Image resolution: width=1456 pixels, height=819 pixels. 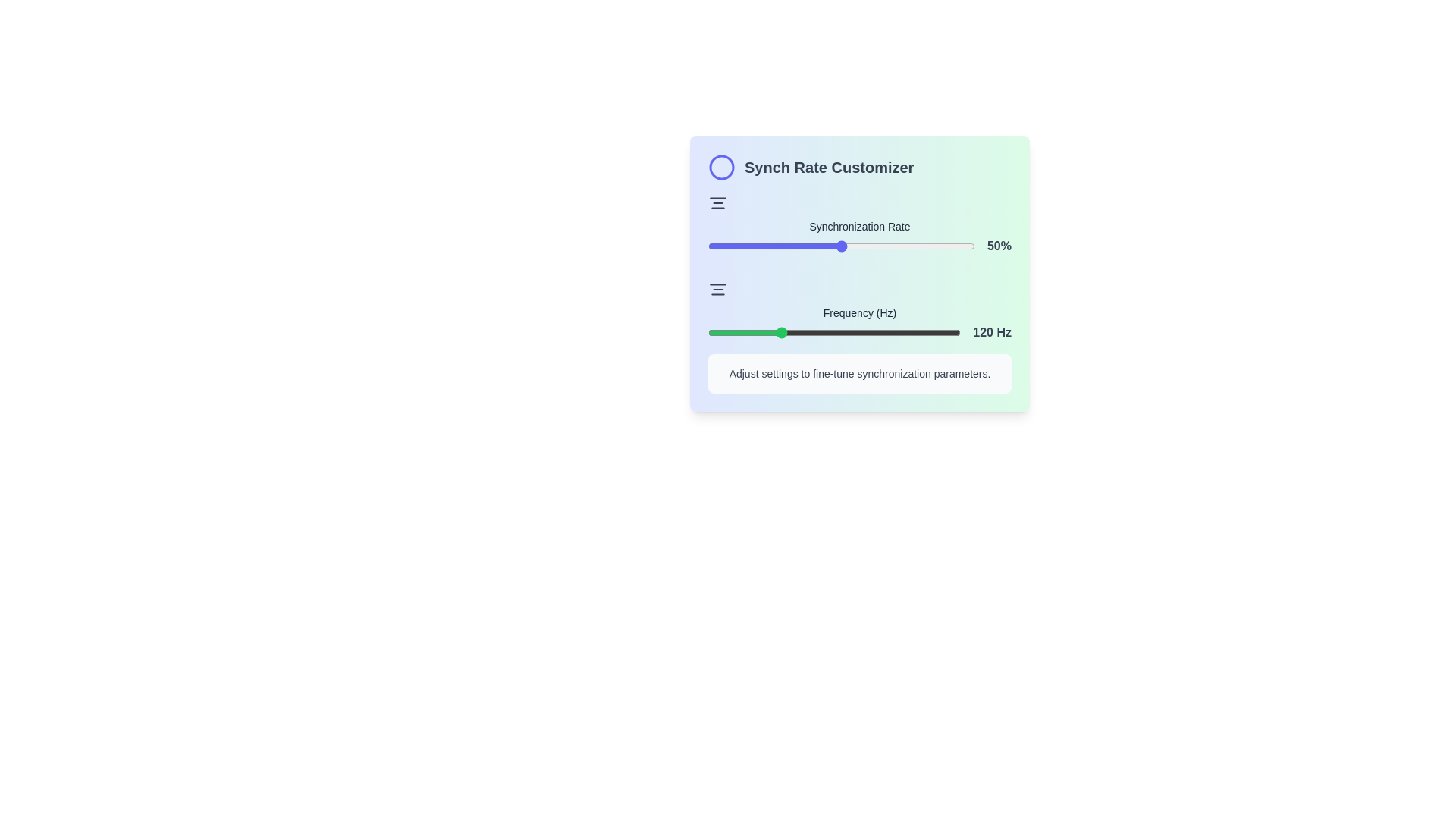 What do you see at coordinates (720, 167) in the screenshot?
I see `the circle icon in the header of the SynchRateCustomizer component` at bounding box center [720, 167].